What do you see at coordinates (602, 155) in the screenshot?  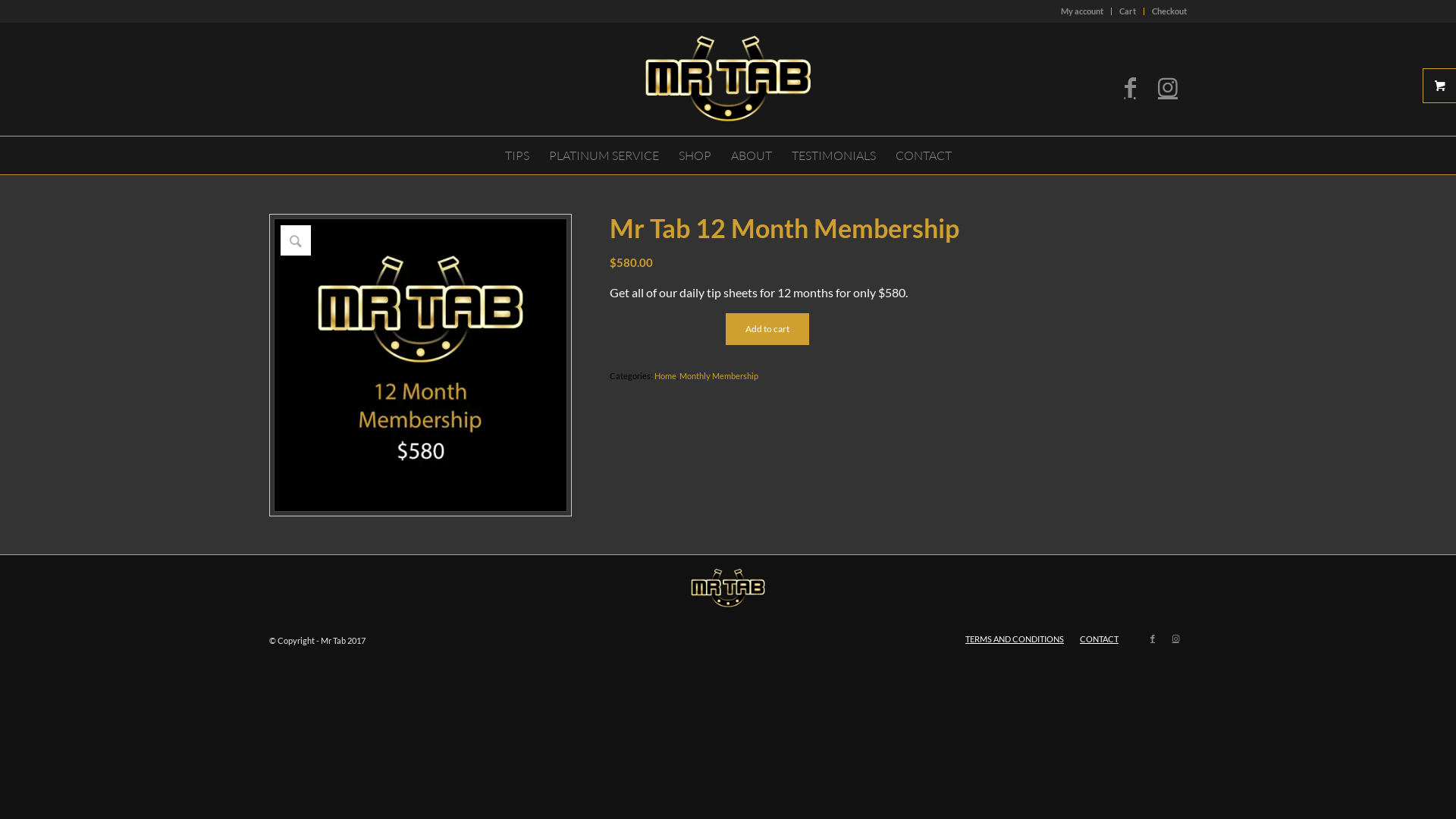 I see `'PLATINUM SERVICE'` at bounding box center [602, 155].